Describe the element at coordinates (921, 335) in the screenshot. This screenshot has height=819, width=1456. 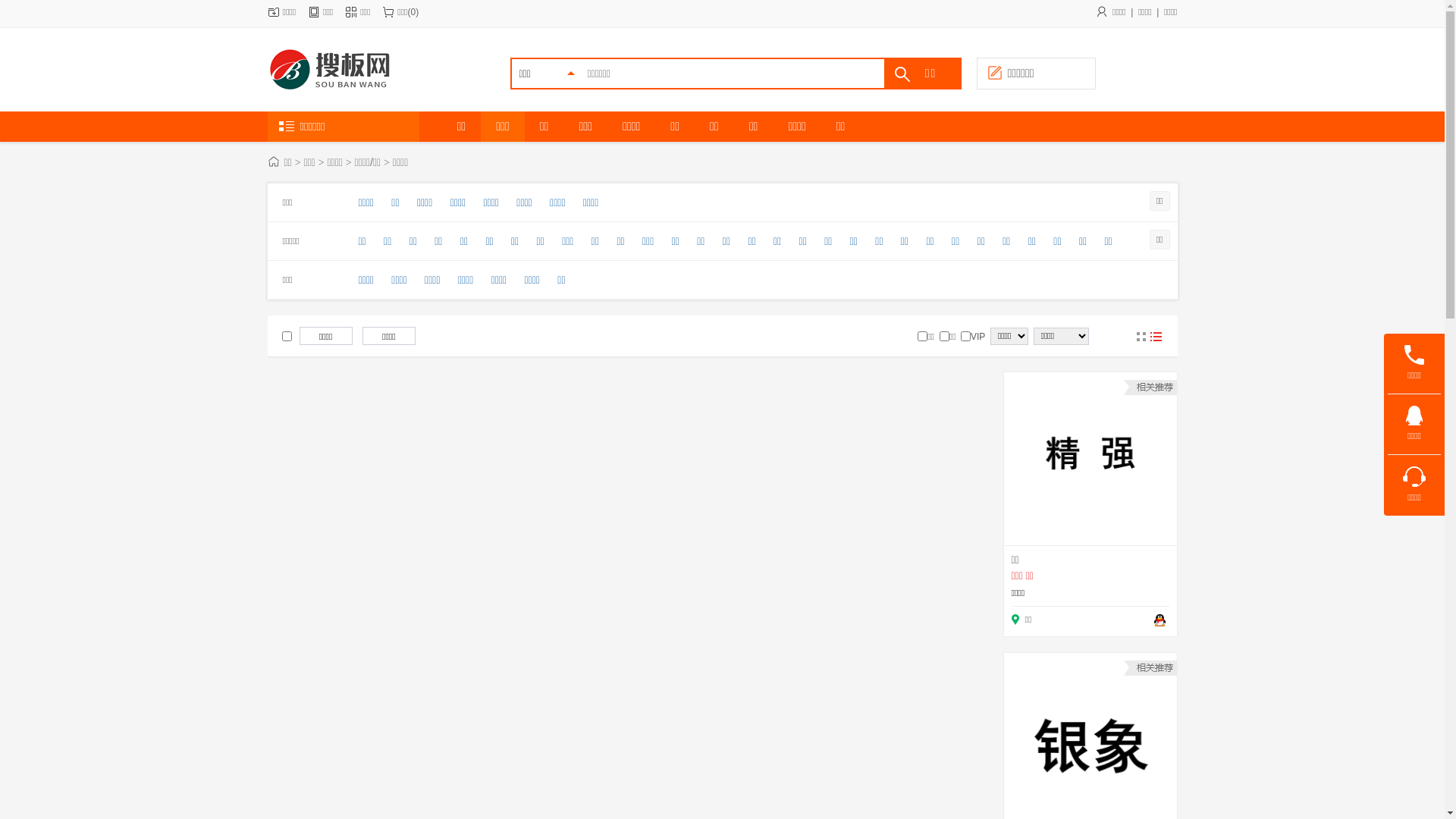
I see `'on'` at that location.